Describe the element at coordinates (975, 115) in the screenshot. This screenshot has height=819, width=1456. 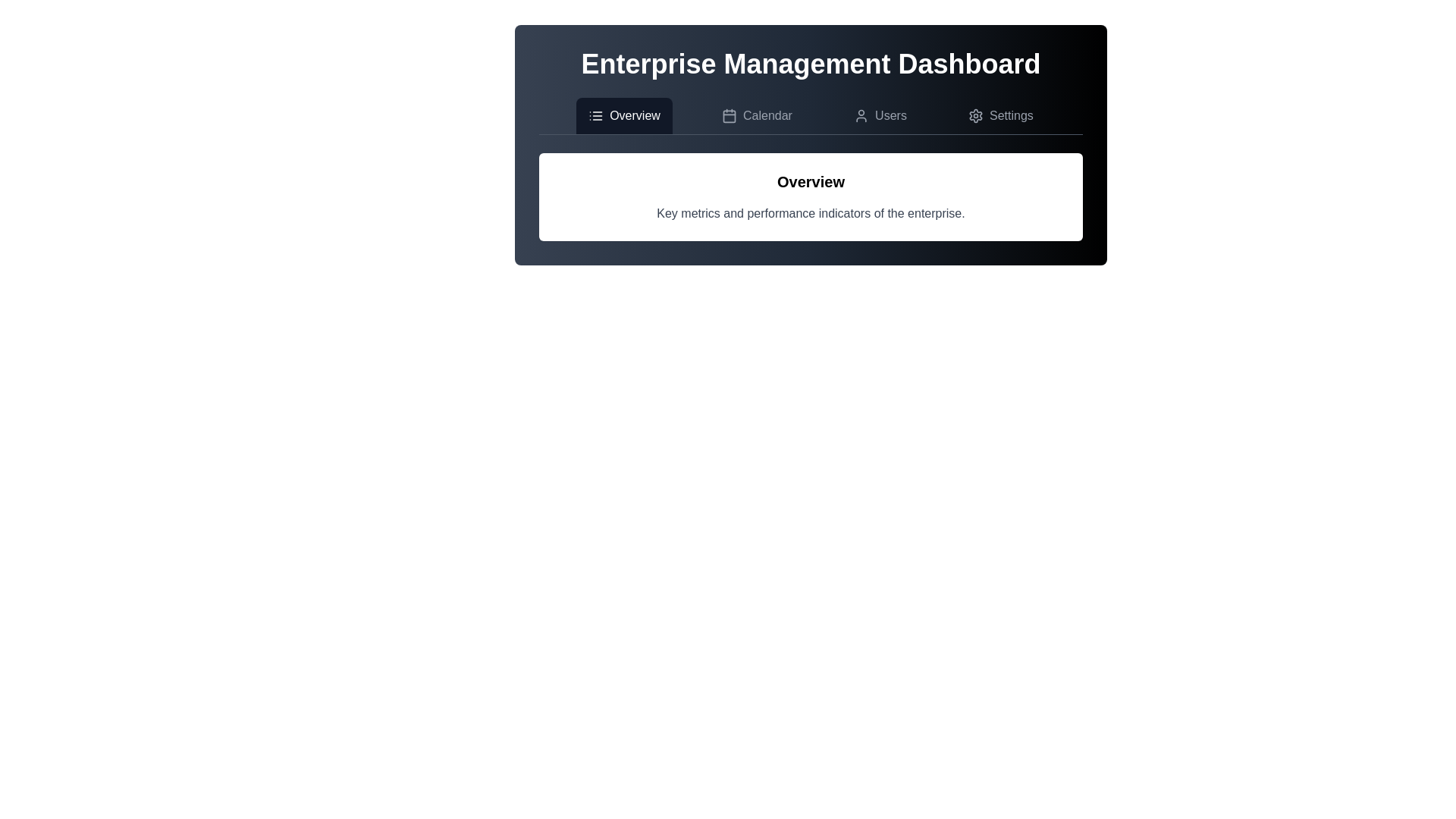
I see `the gear-shaped icon (SVG image) located to the left of the 'Settings' label in the navigation bar` at that location.